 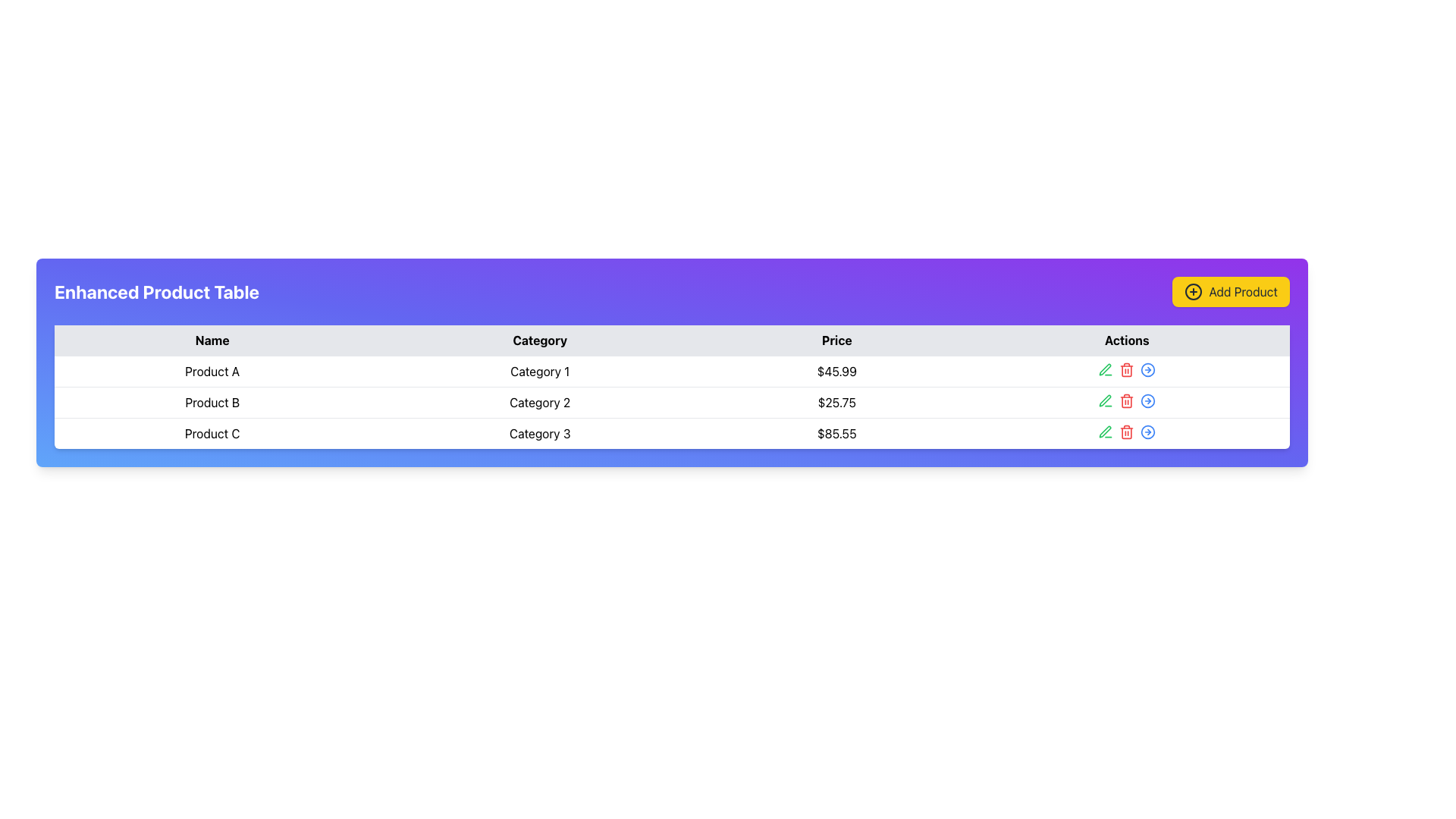 I want to click on the 'Name' column header cell in the data table, which is the first column header aligned to the left, so click(x=212, y=340).